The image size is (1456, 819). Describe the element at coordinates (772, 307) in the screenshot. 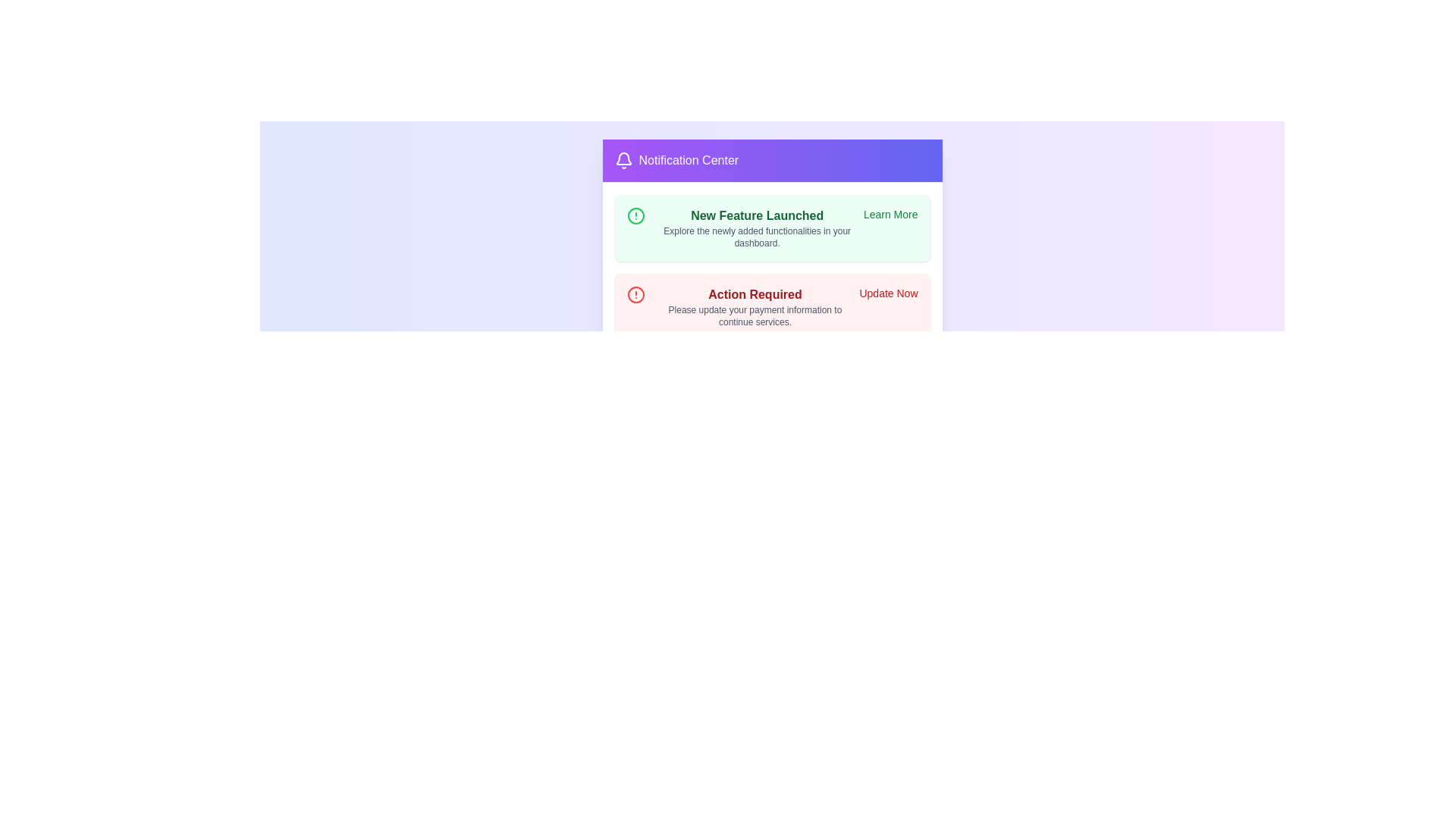

I see `the warning icon in the notification banner styled with a red background, which contains the bold text 'Action Required' and the actionable link 'Update Now'` at that location.